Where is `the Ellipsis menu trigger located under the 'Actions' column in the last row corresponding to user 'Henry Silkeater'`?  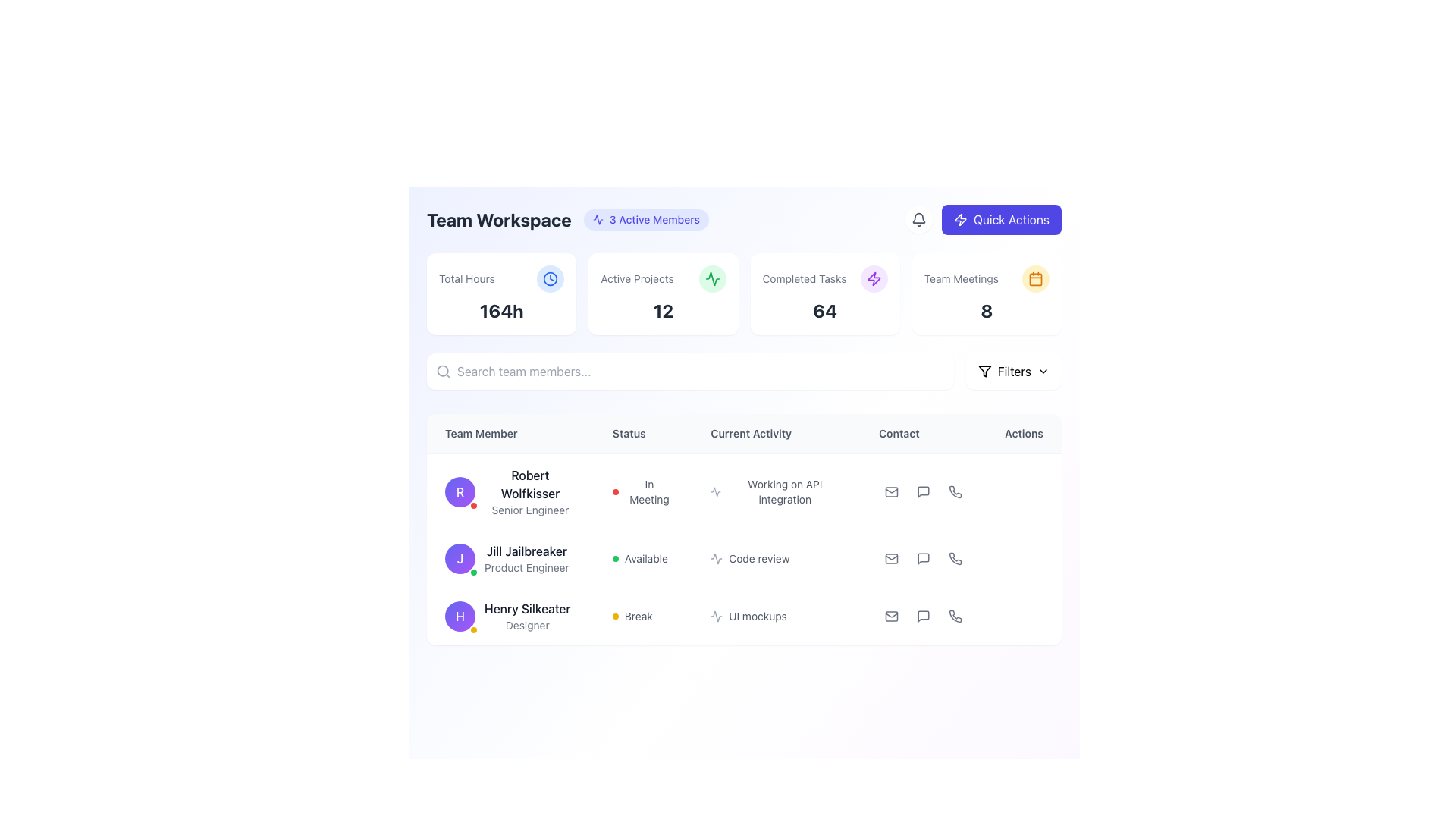 the Ellipsis menu trigger located under the 'Actions' column in the last row corresponding to user 'Henry Silkeater' is located at coordinates (1024, 617).